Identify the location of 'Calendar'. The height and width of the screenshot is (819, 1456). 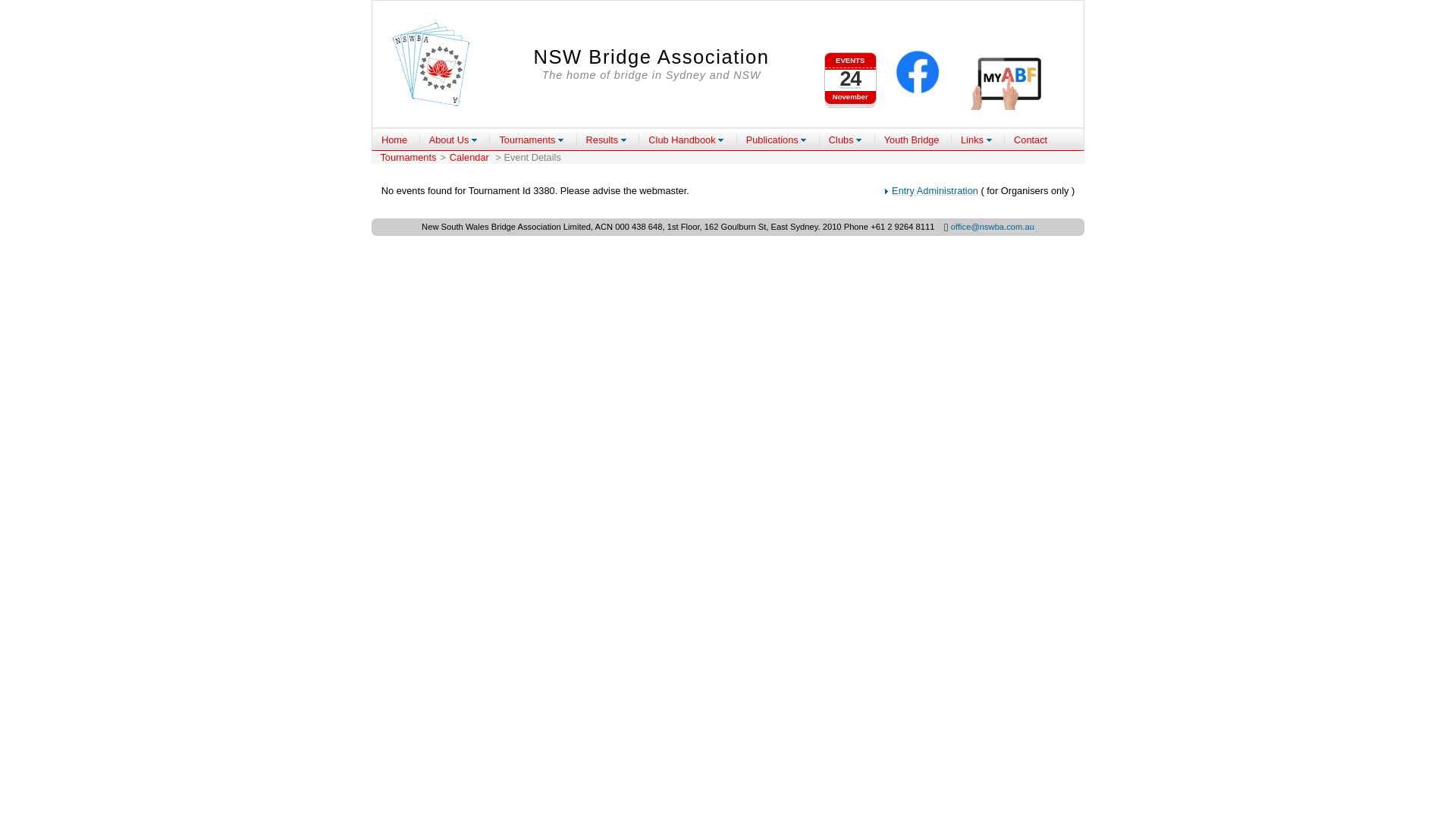
(445, 157).